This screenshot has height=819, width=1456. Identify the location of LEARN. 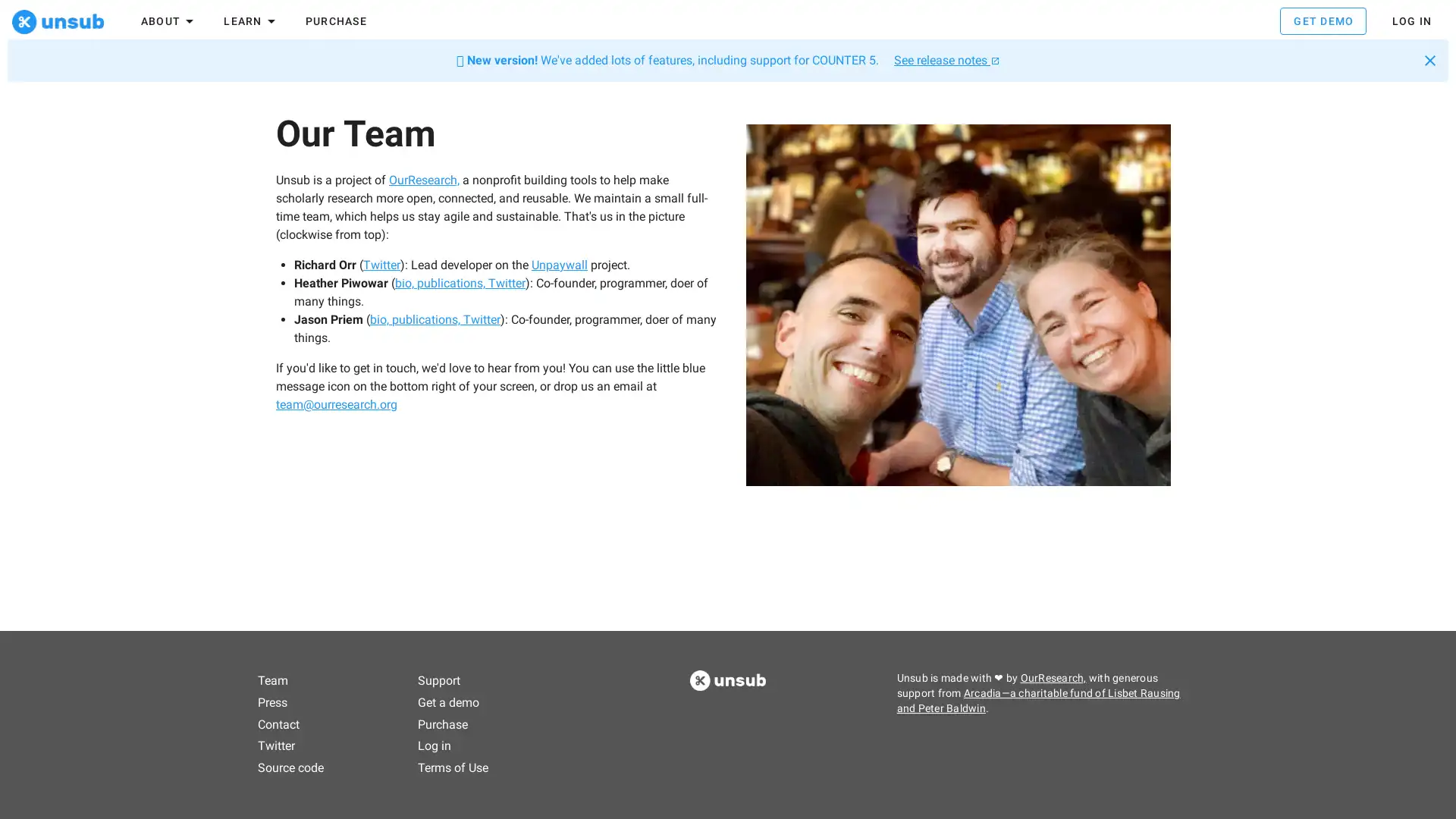
(251, 24).